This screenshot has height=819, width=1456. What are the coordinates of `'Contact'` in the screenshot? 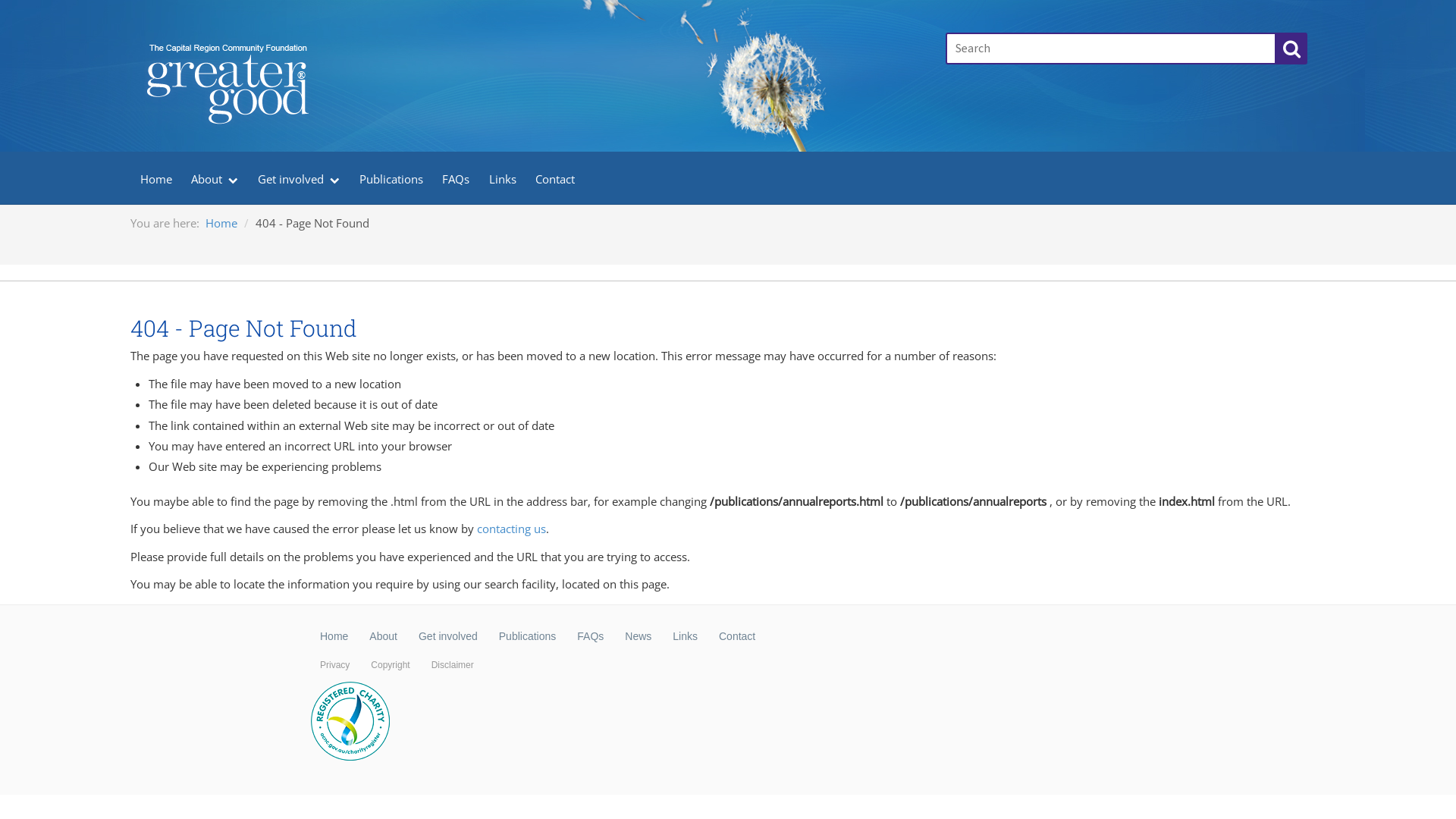 It's located at (736, 636).